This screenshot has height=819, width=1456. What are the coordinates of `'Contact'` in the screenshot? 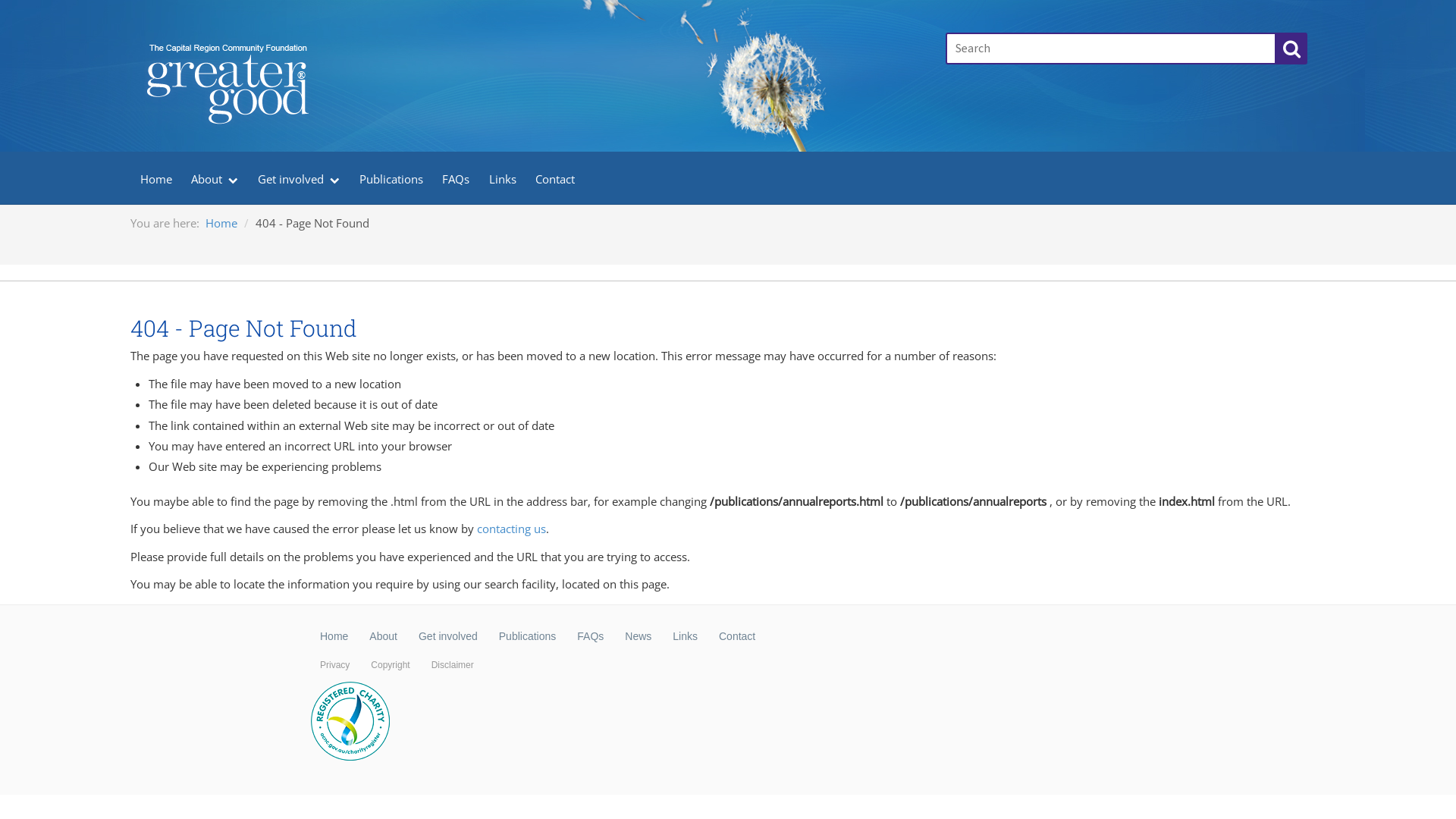 It's located at (736, 636).